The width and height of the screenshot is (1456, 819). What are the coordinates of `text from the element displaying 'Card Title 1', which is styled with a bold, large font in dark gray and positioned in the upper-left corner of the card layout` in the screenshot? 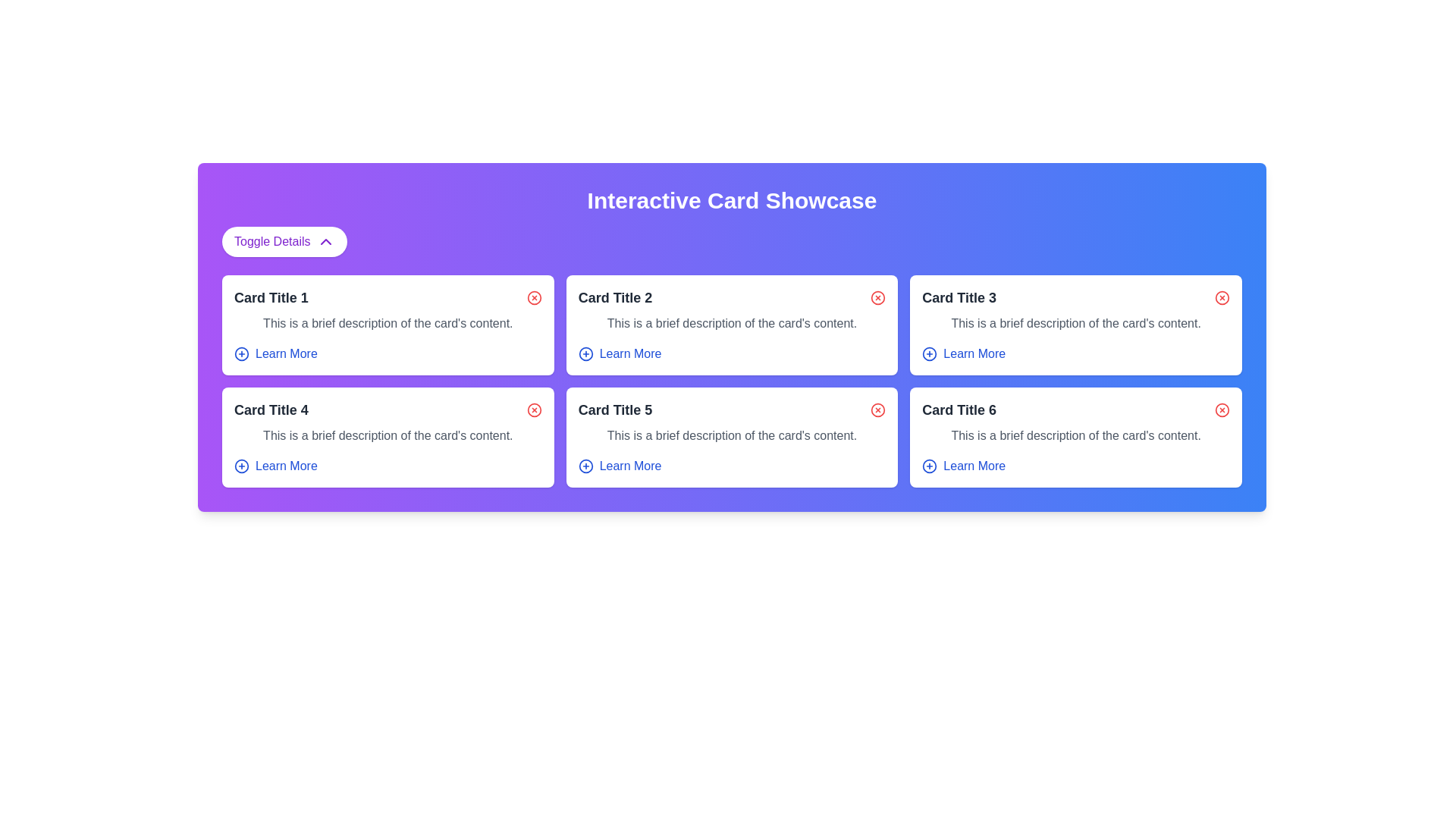 It's located at (271, 298).